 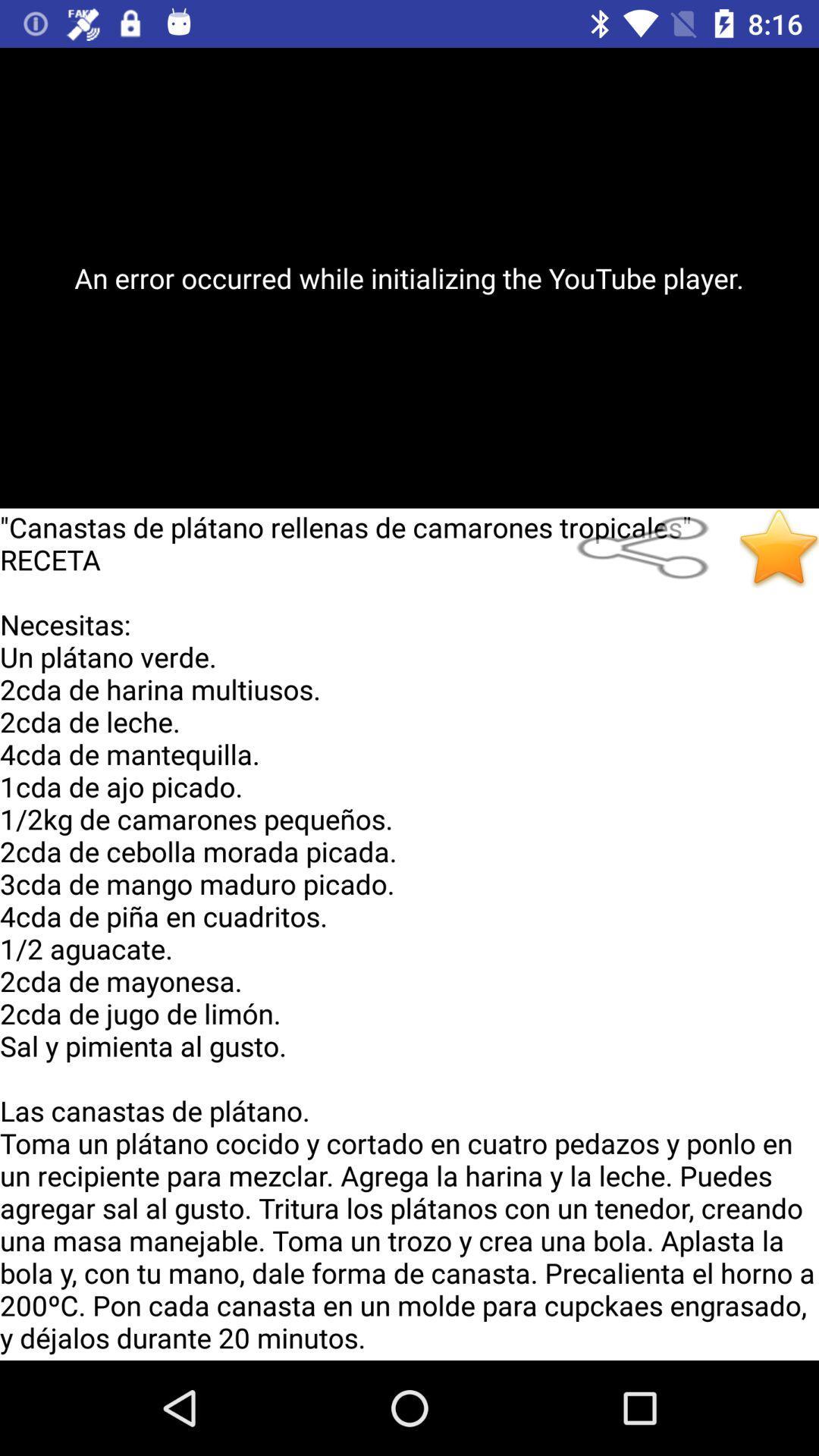 I want to click on the item below an error occurred, so click(x=779, y=548).